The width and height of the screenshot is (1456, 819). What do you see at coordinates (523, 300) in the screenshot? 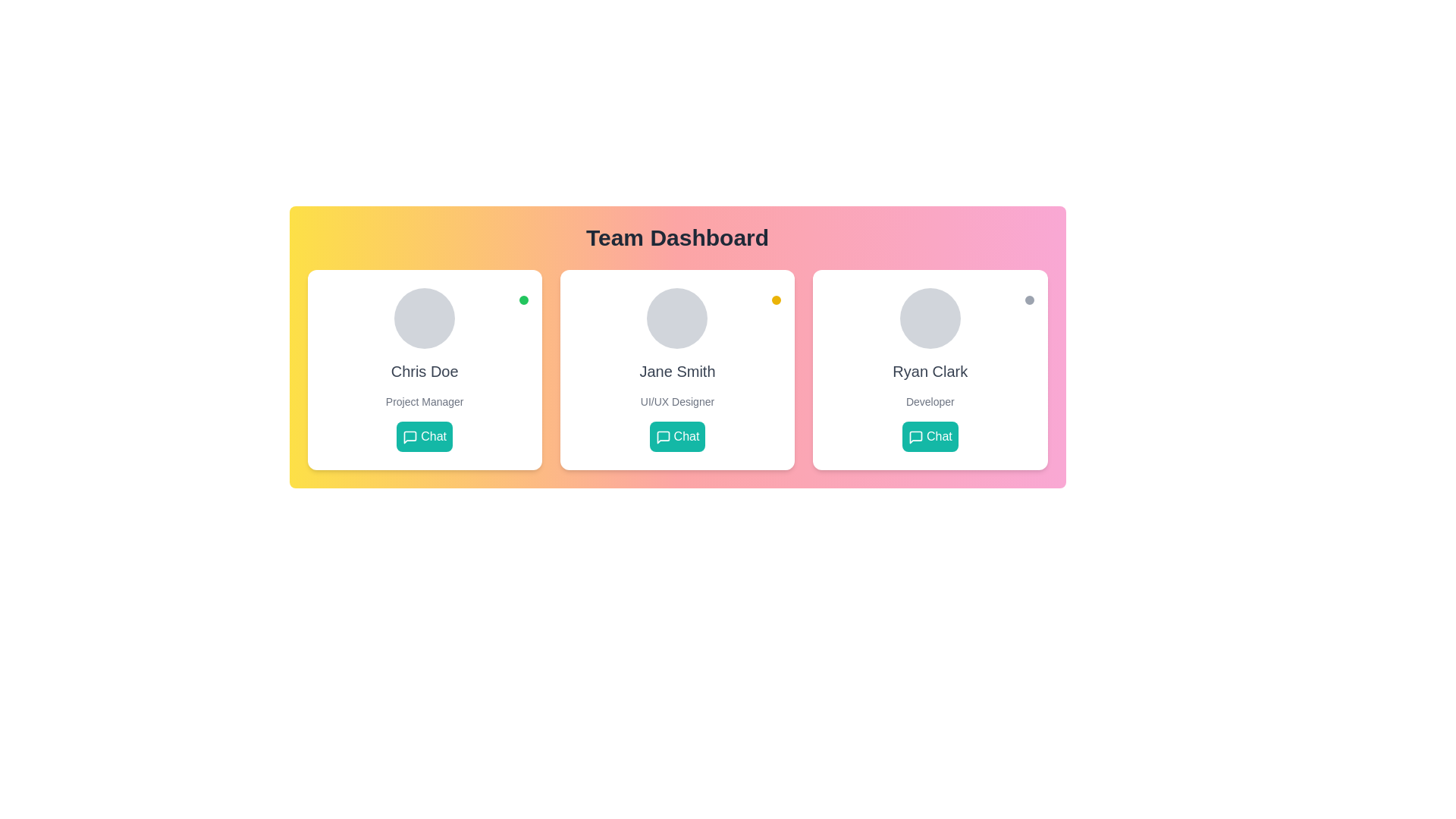
I see `the Status Indicator element, a small circular indicator with a green background and a white border located at the top-right corner of Chris Doe's profile card` at bounding box center [523, 300].